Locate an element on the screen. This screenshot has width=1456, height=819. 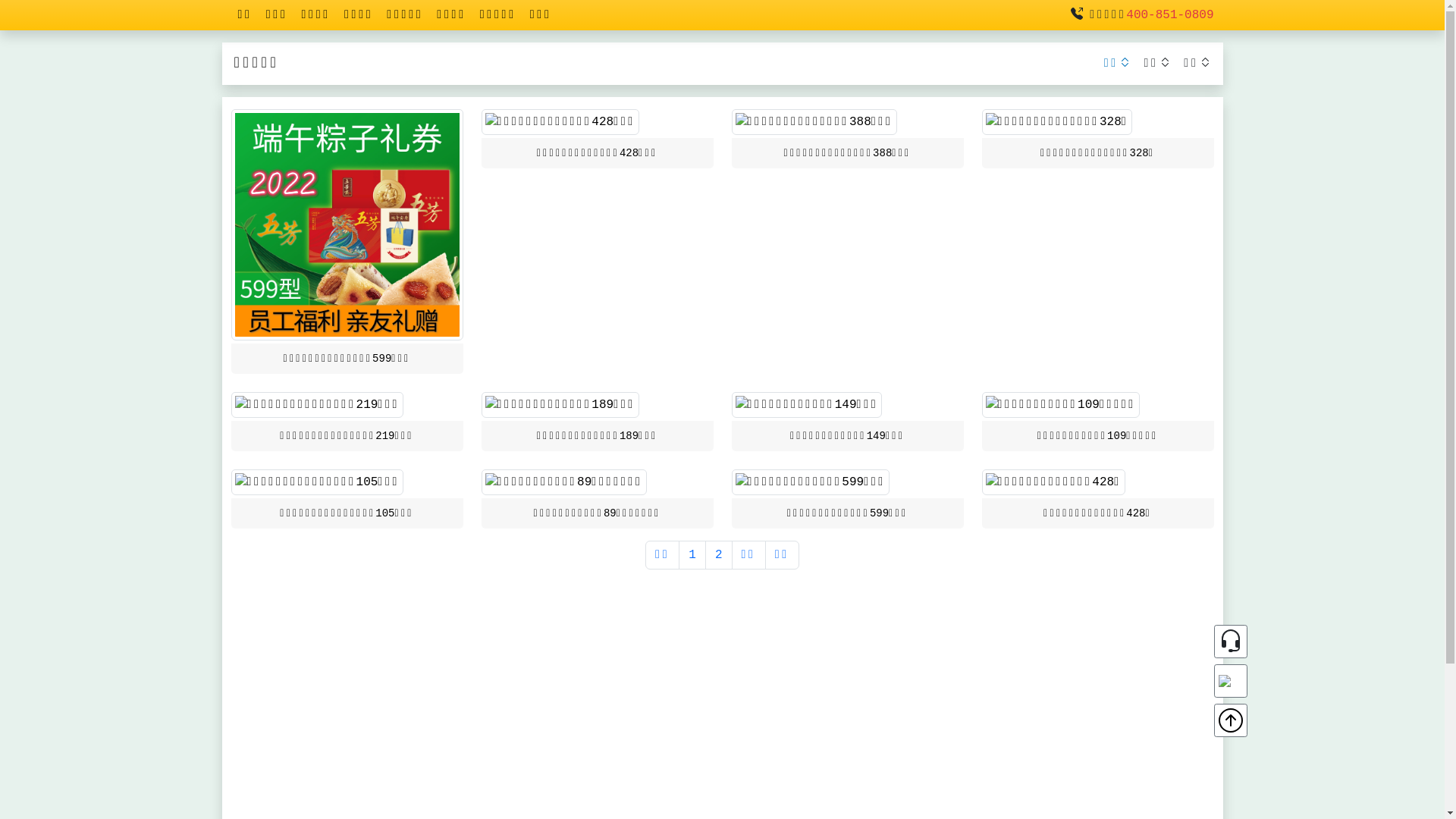
'1' is located at coordinates (691, 555).